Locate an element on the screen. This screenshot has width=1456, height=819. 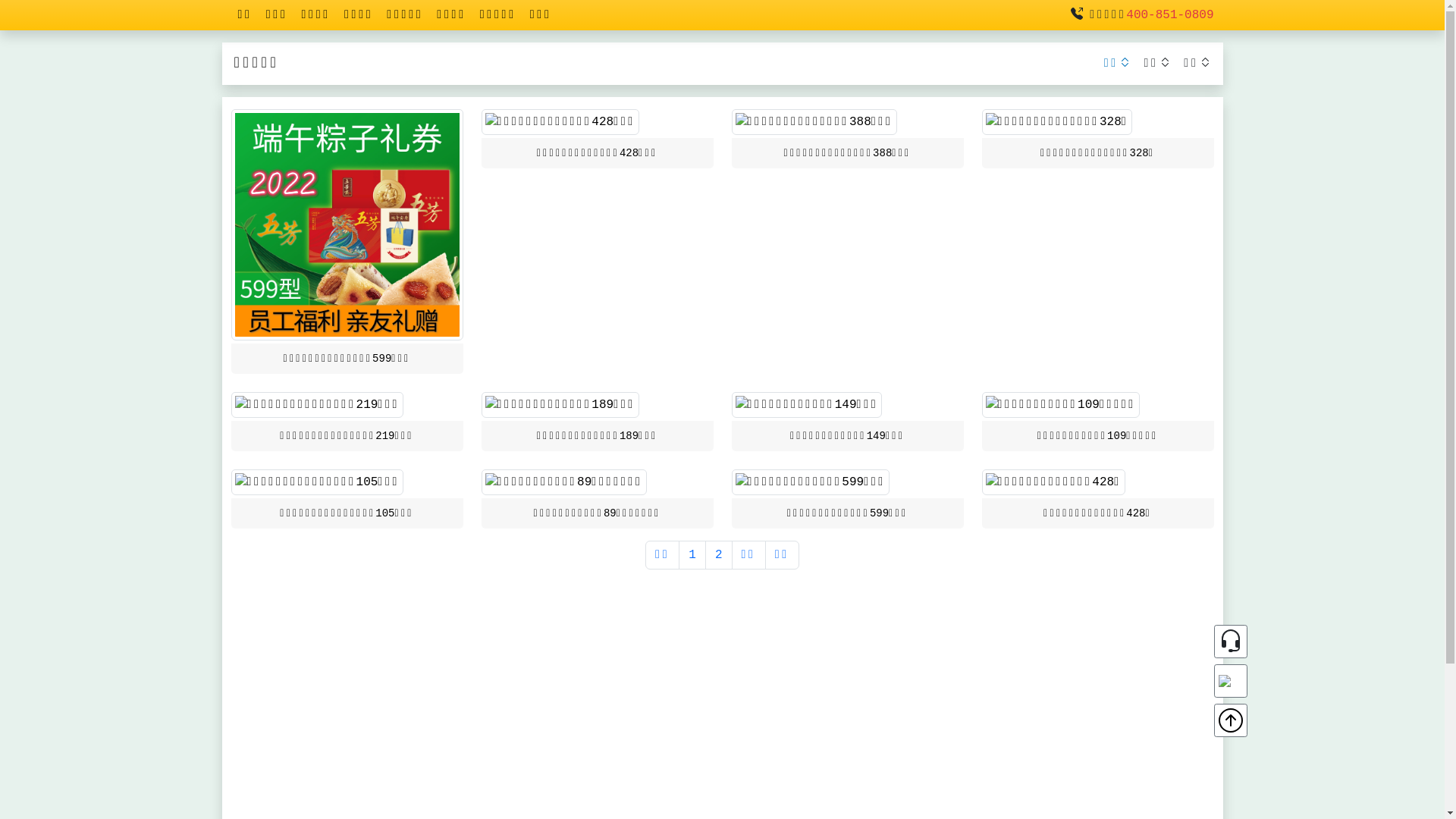
'1' is located at coordinates (691, 555).